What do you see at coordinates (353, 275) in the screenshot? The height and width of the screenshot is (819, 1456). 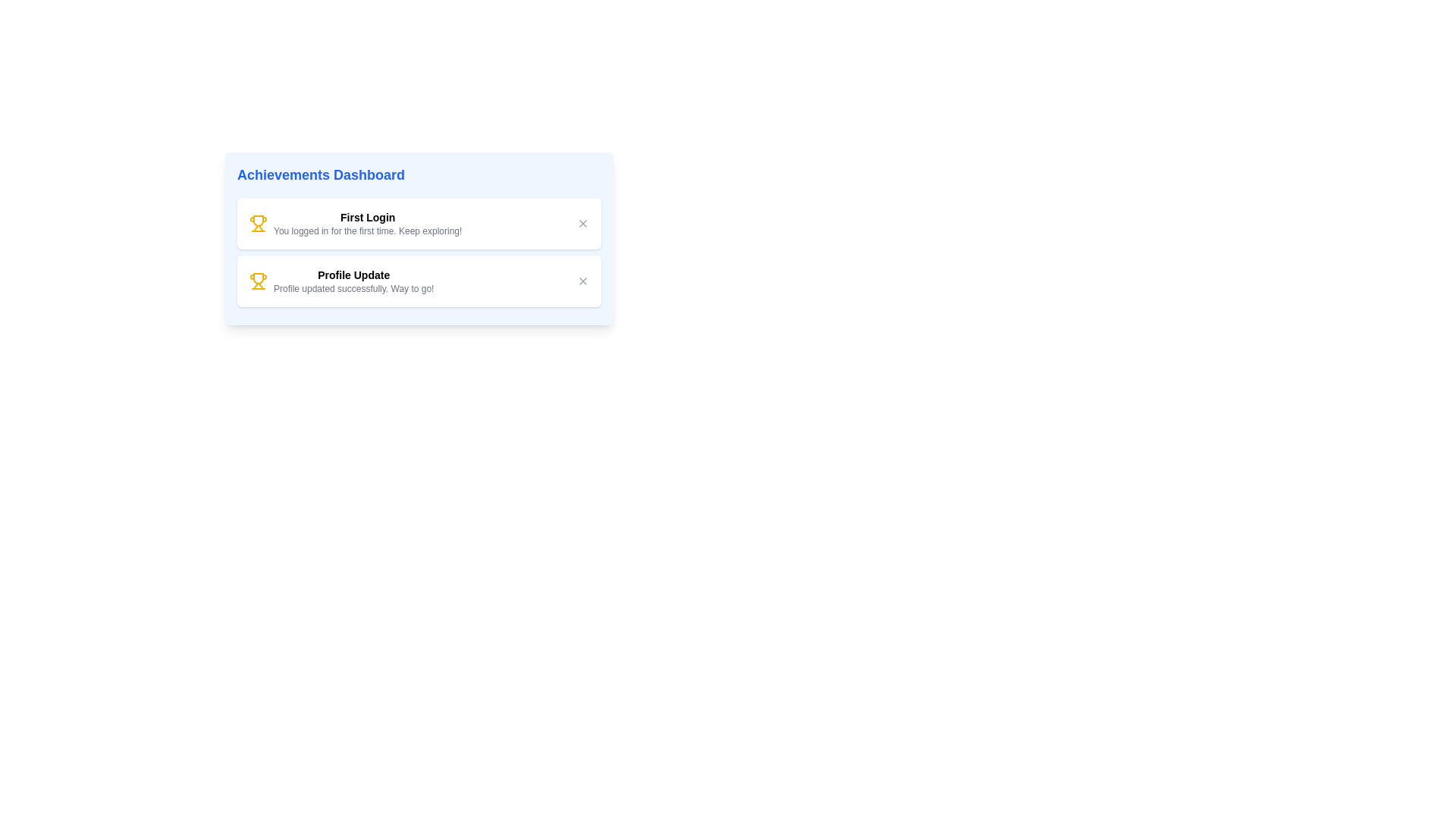 I see `text from the 'Profile Update' label, which is a bold text label located in the second achievement block of the 'Achievements Dashboard', positioned above the 'Profile updated successfully. Way to go!' text` at bounding box center [353, 275].